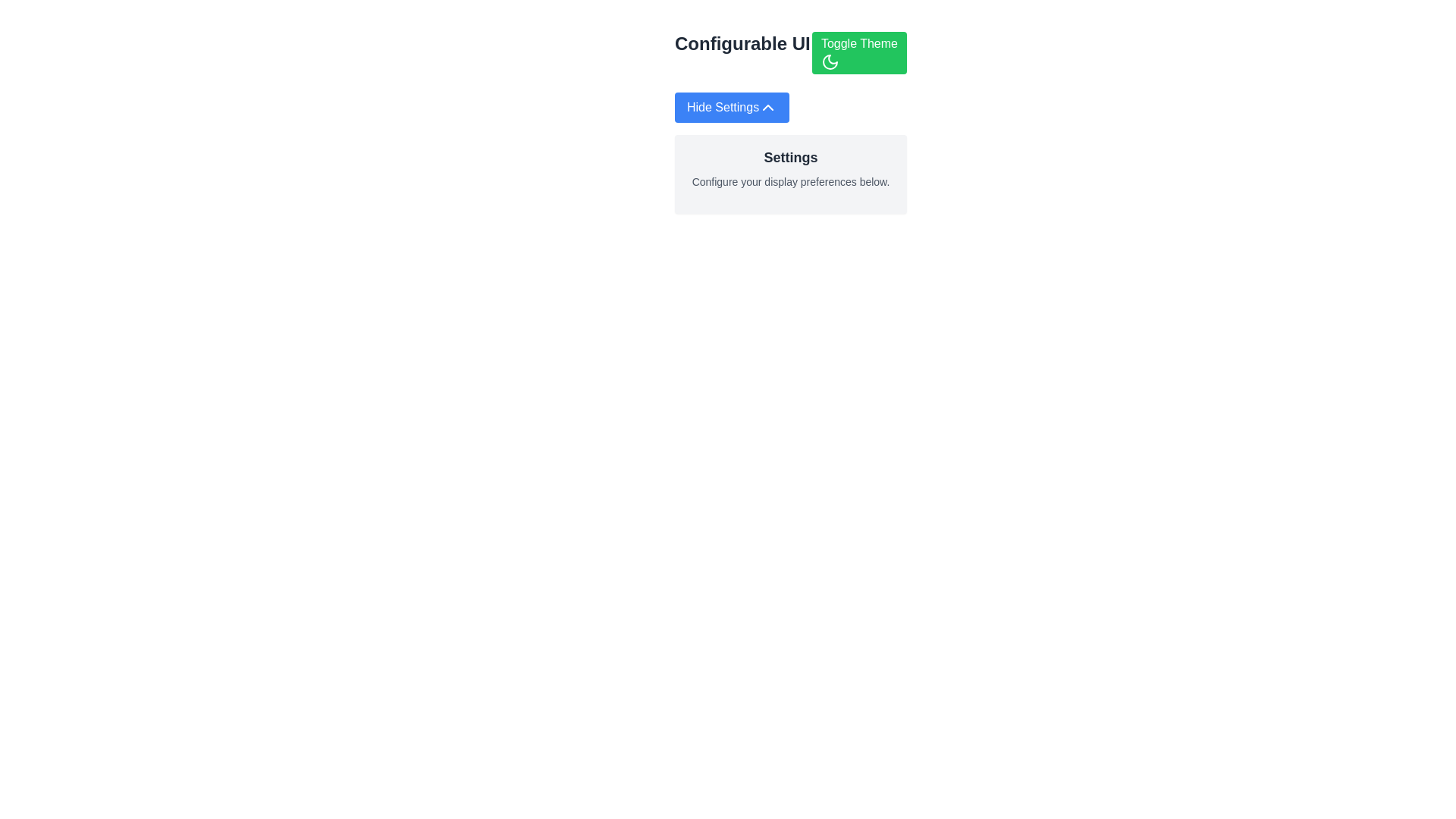 Image resolution: width=1456 pixels, height=819 pixels. What do you see at coordinates (768, 107) in the screenshot?
I see `the chevron icon next to the 'Hide Settings' text` at bounding box center [768, 107].